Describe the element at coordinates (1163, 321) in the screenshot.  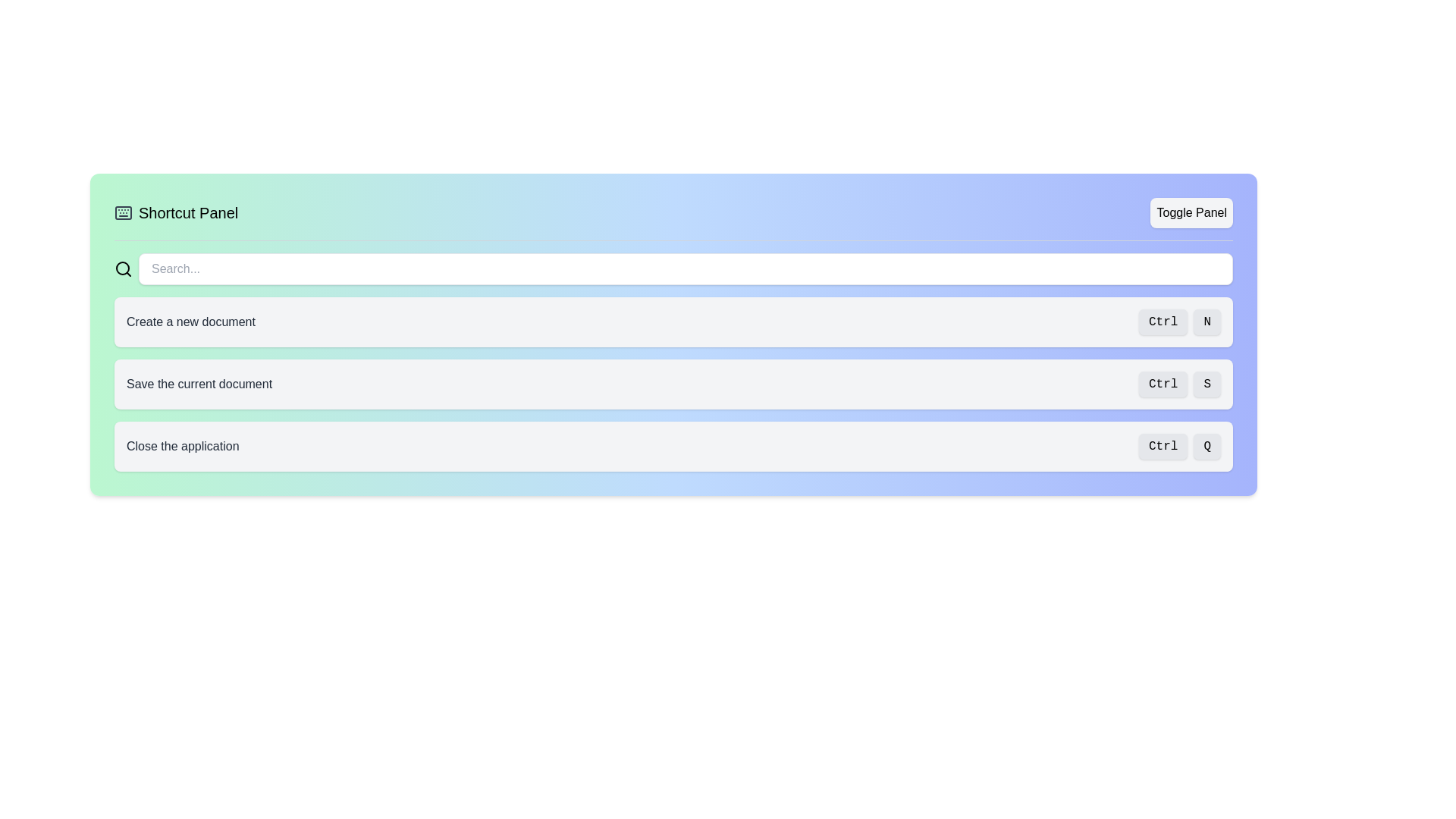
I see `the 'Ctrl' button styled as a static label, which is the left button in a pair of buttons, part of the shortcut entries for 'Create a new document'` at that location.